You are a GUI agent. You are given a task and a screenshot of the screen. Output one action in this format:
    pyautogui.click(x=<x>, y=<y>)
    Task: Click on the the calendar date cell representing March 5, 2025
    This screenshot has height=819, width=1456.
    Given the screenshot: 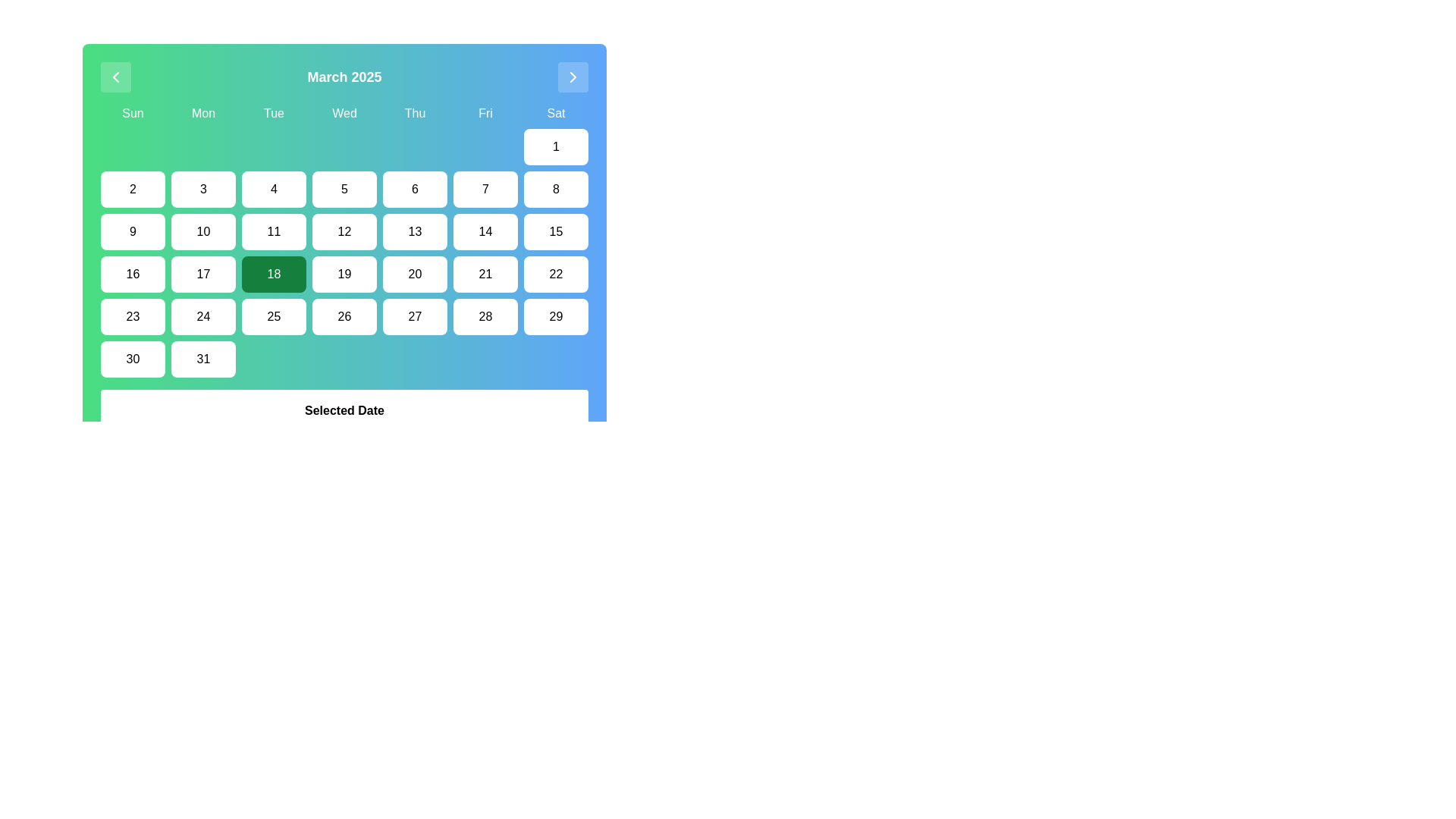 What is the action you would take?
    pyautogui.click(x=344, y=189)
    